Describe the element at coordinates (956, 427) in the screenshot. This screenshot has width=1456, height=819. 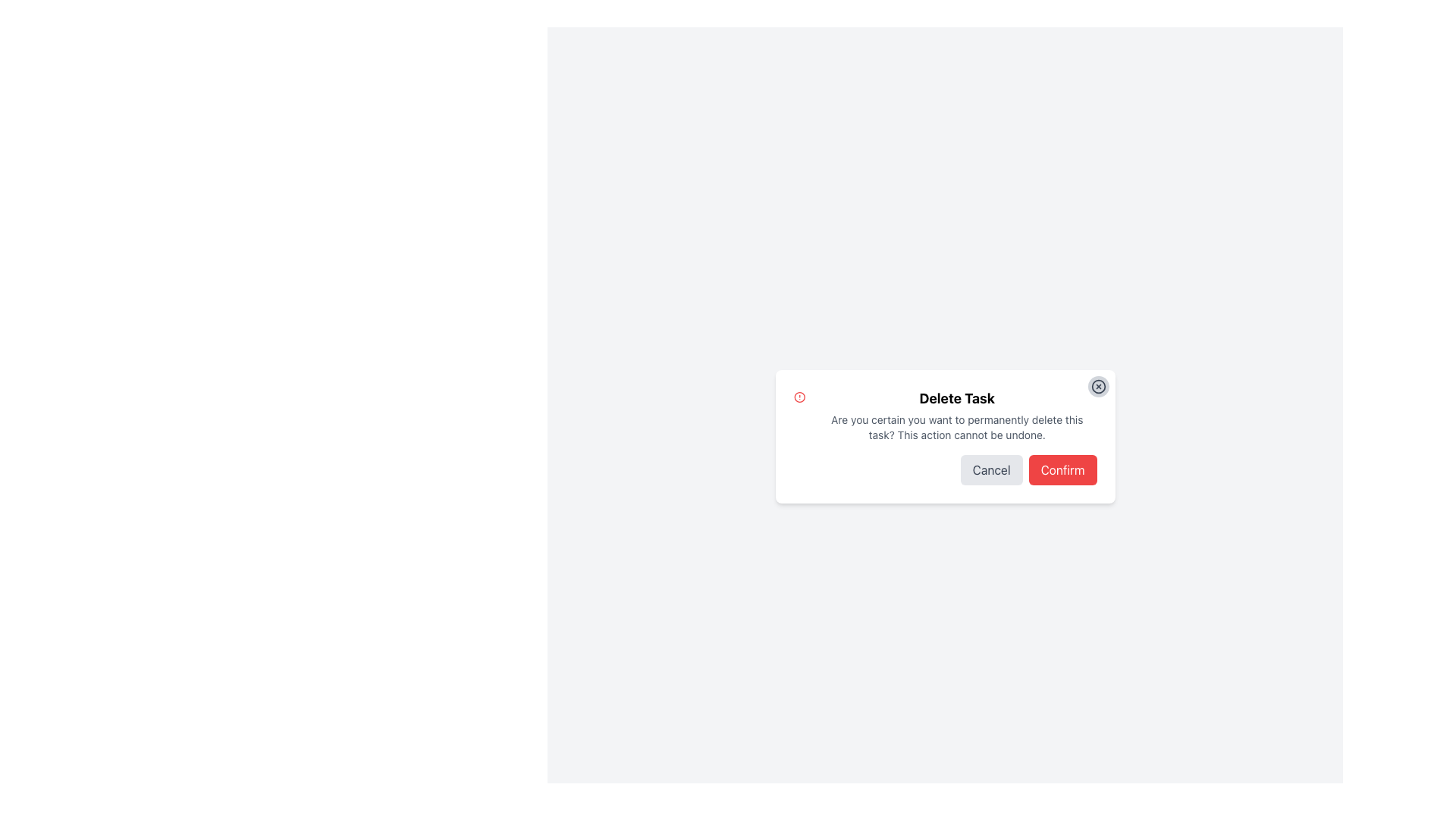
I see `the static informational text that serves as a warning message to inform the user of the consequences of a deletion action, located beneath the title 'Delete Task'` at that location.